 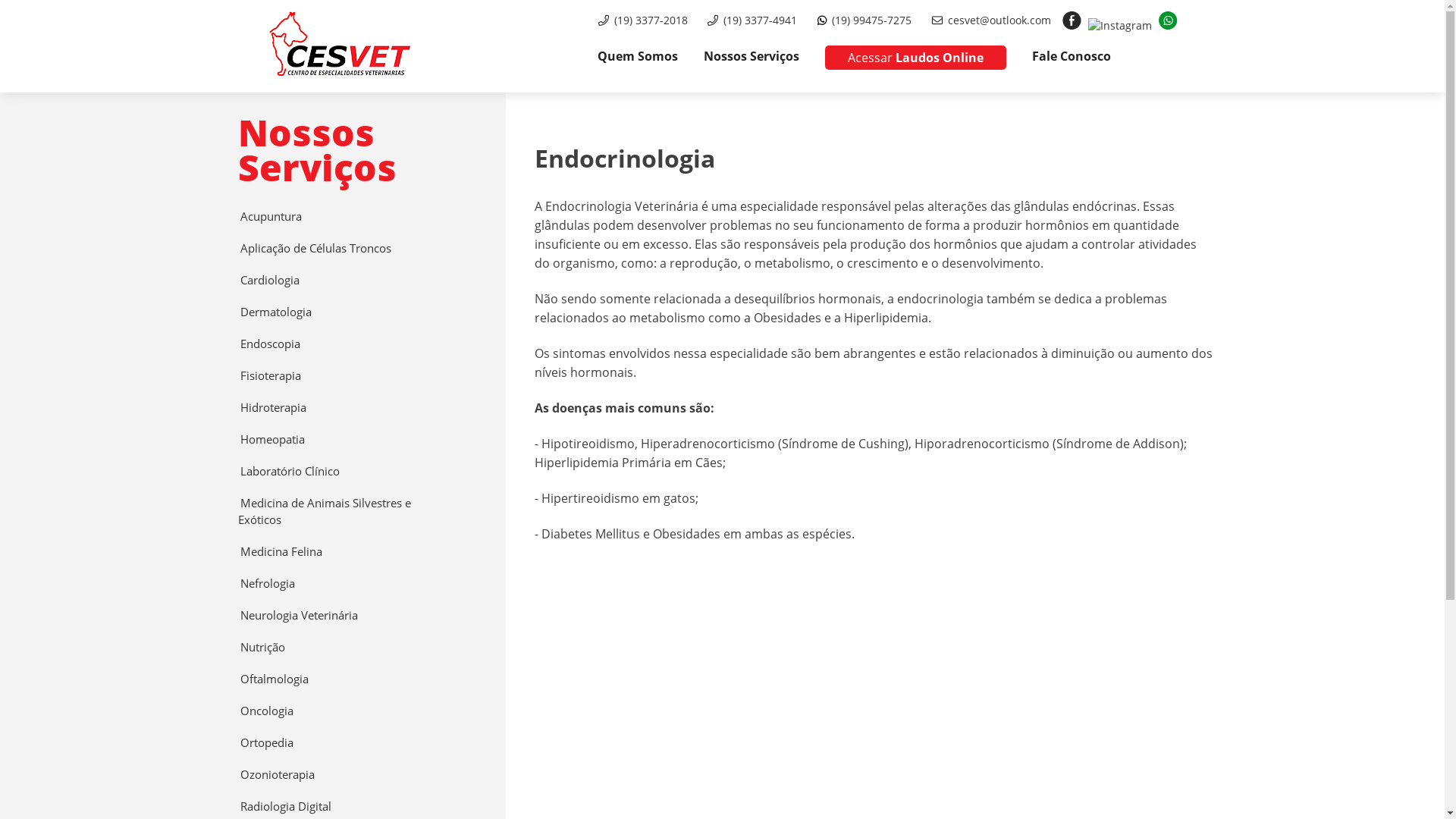 What do you see at coordinates (284, 551) in the screenshot?
I see `'Medicina Felina'` at bounding box center [284, 551].